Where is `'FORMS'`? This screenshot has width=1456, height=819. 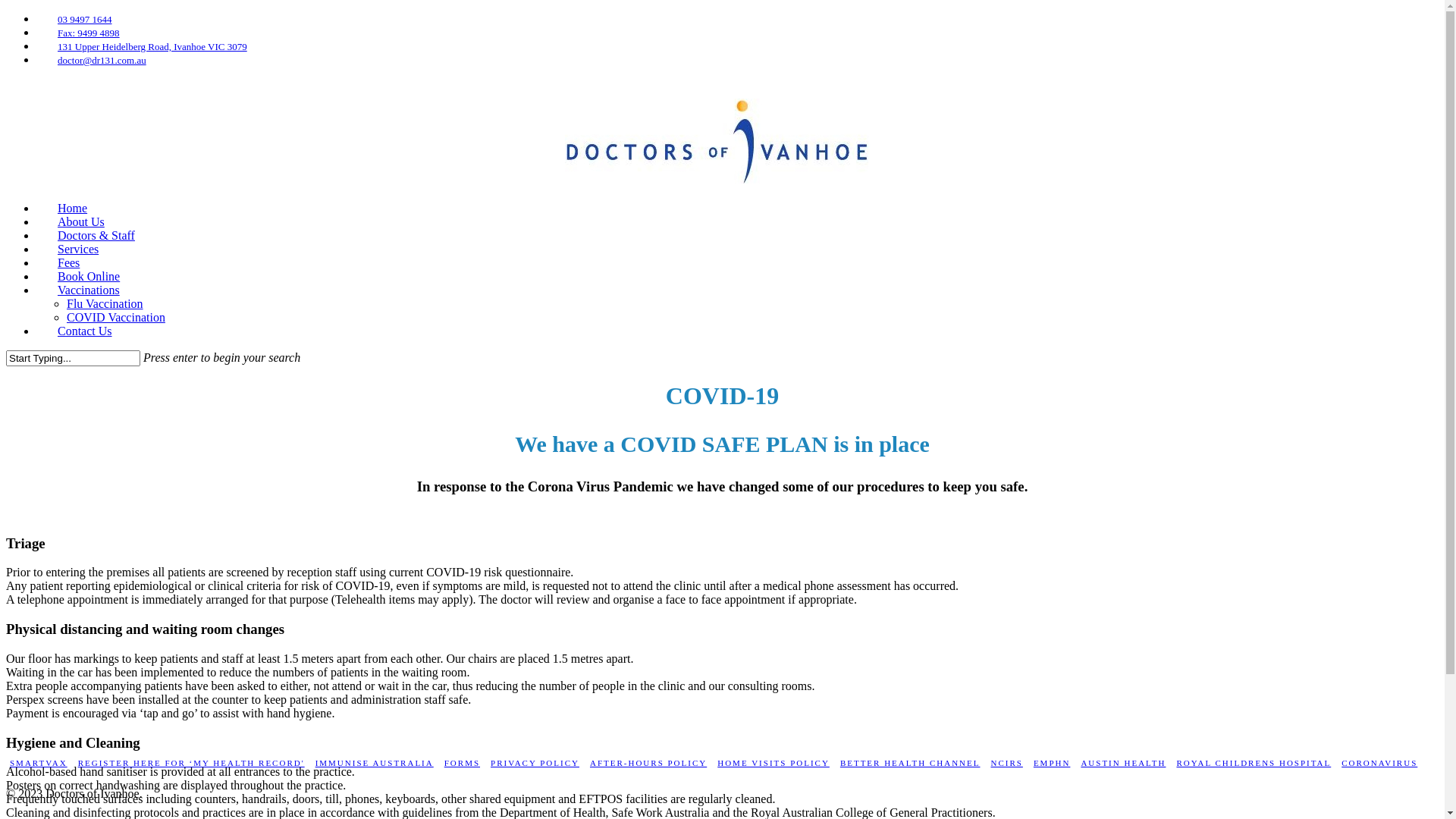 'FORMS' is located at coordinates (461, 763).